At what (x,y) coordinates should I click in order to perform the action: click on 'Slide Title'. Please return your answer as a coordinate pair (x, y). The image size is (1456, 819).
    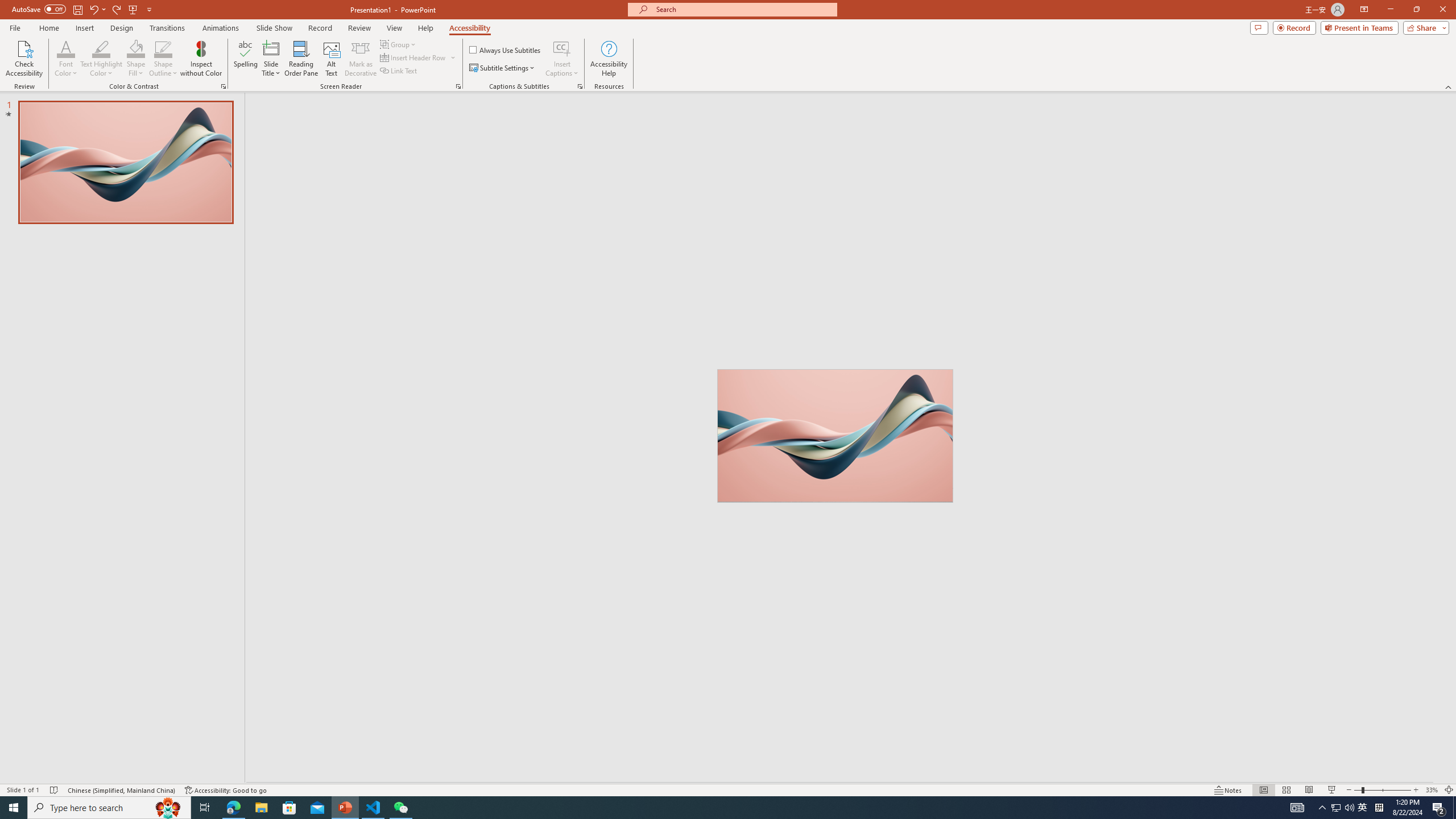
    Looking at the image, I should click on (271, 59).